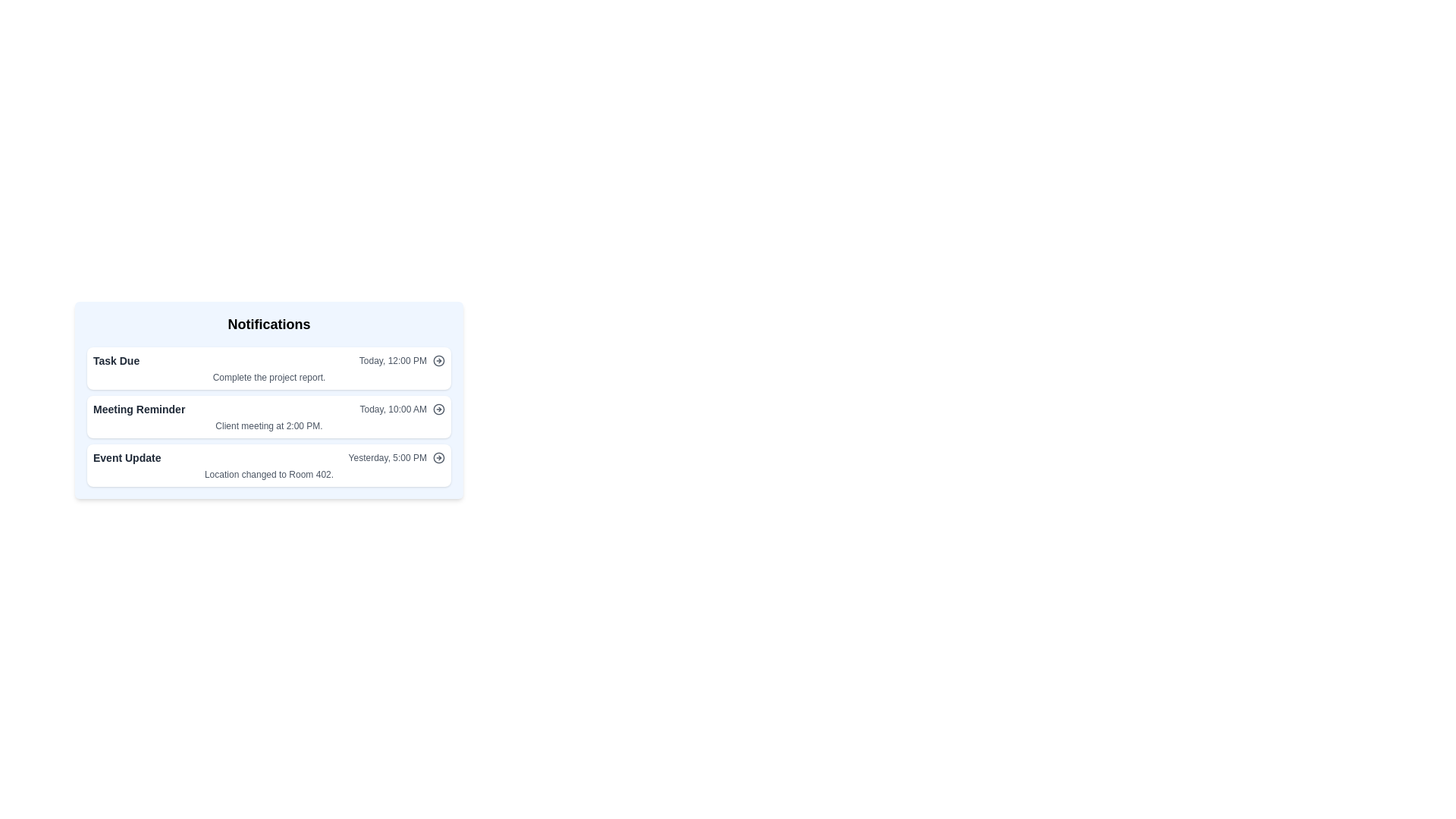 The height and width of the screenshot is (819, 1456). Describe the element at coordinates (393, 360) in the screenshot. I see `the text label displaying 'Today, 12:00 PM' which is located in the rightmost part of the 'Task Due' row in the notification card` at that location.